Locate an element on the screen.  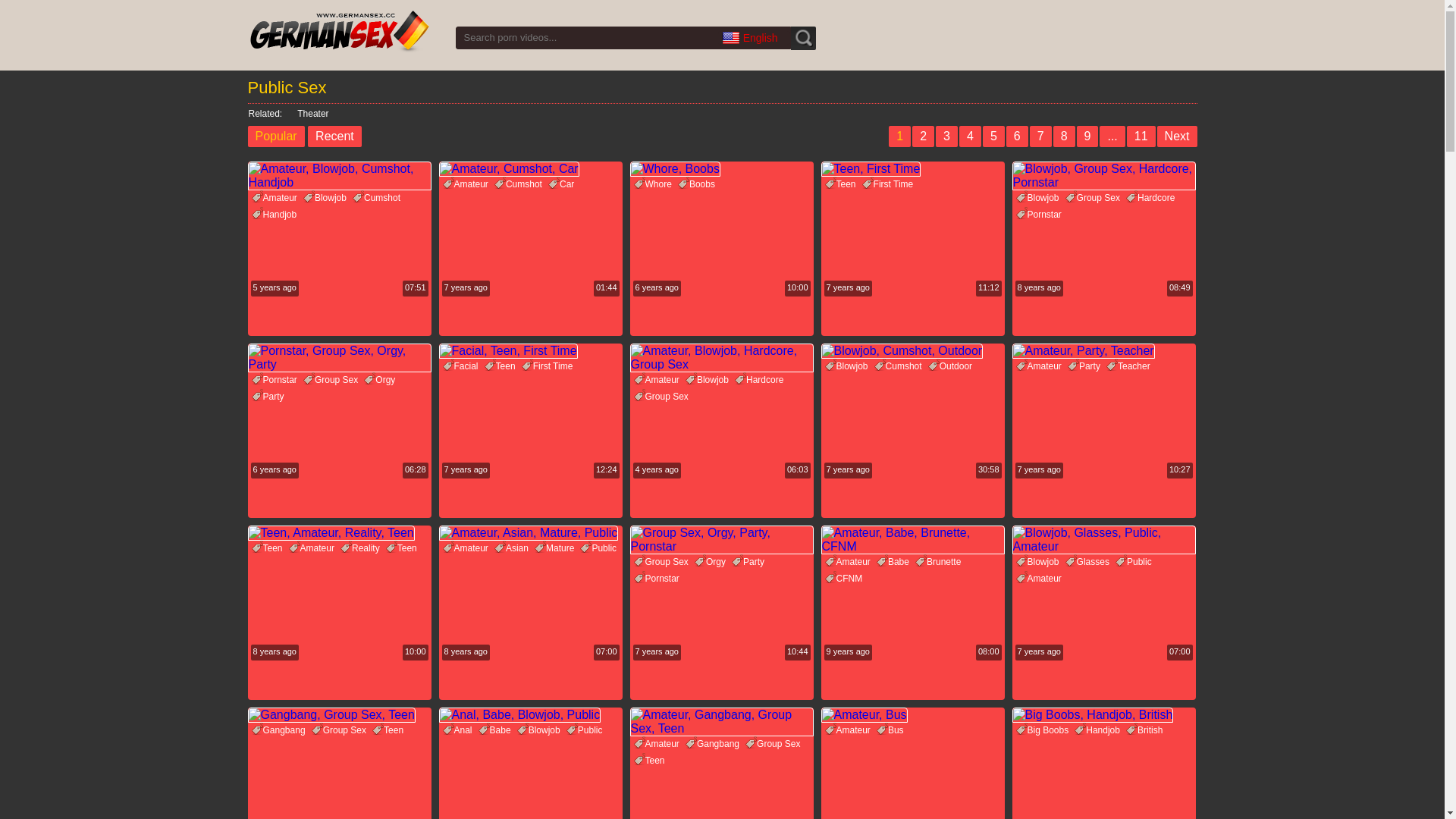
'Popular' is located at coordinates (275, 136).